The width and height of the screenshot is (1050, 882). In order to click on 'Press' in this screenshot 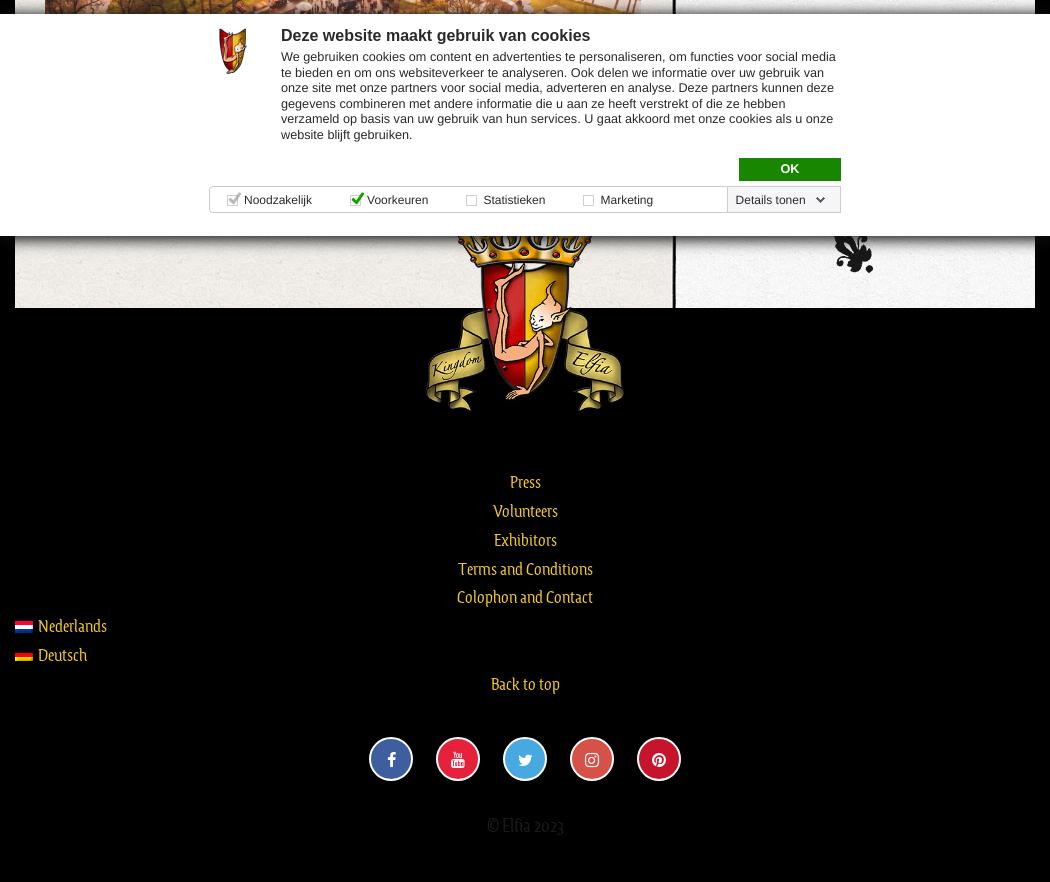, I will do `click(508, 480)`.